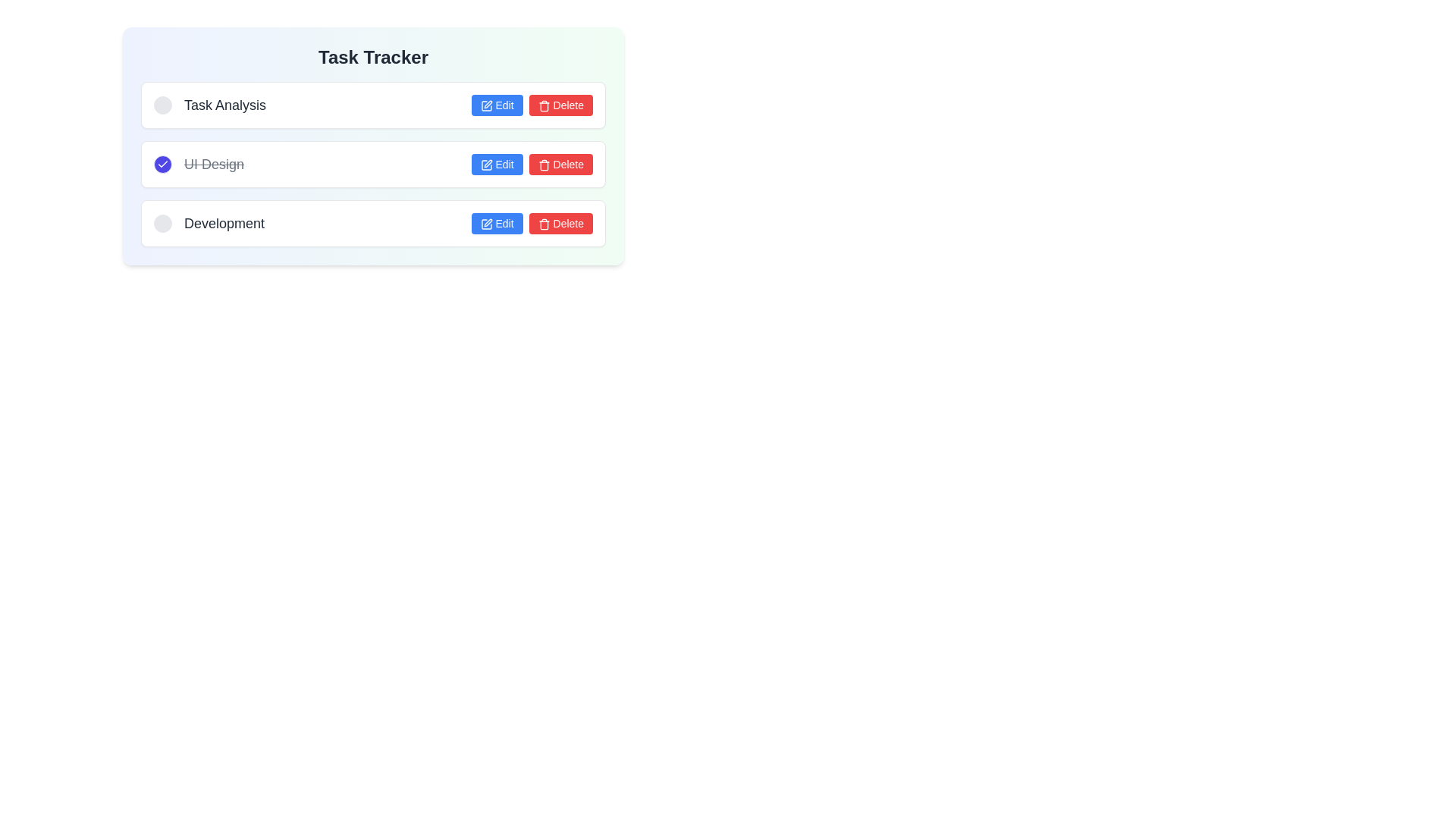 The width and height of the screenshot is (1456, 819). What do you see at coordinates (497, 104) in the screenshot?
I see `the 'Edit' button` at bounding box center [497, 104].